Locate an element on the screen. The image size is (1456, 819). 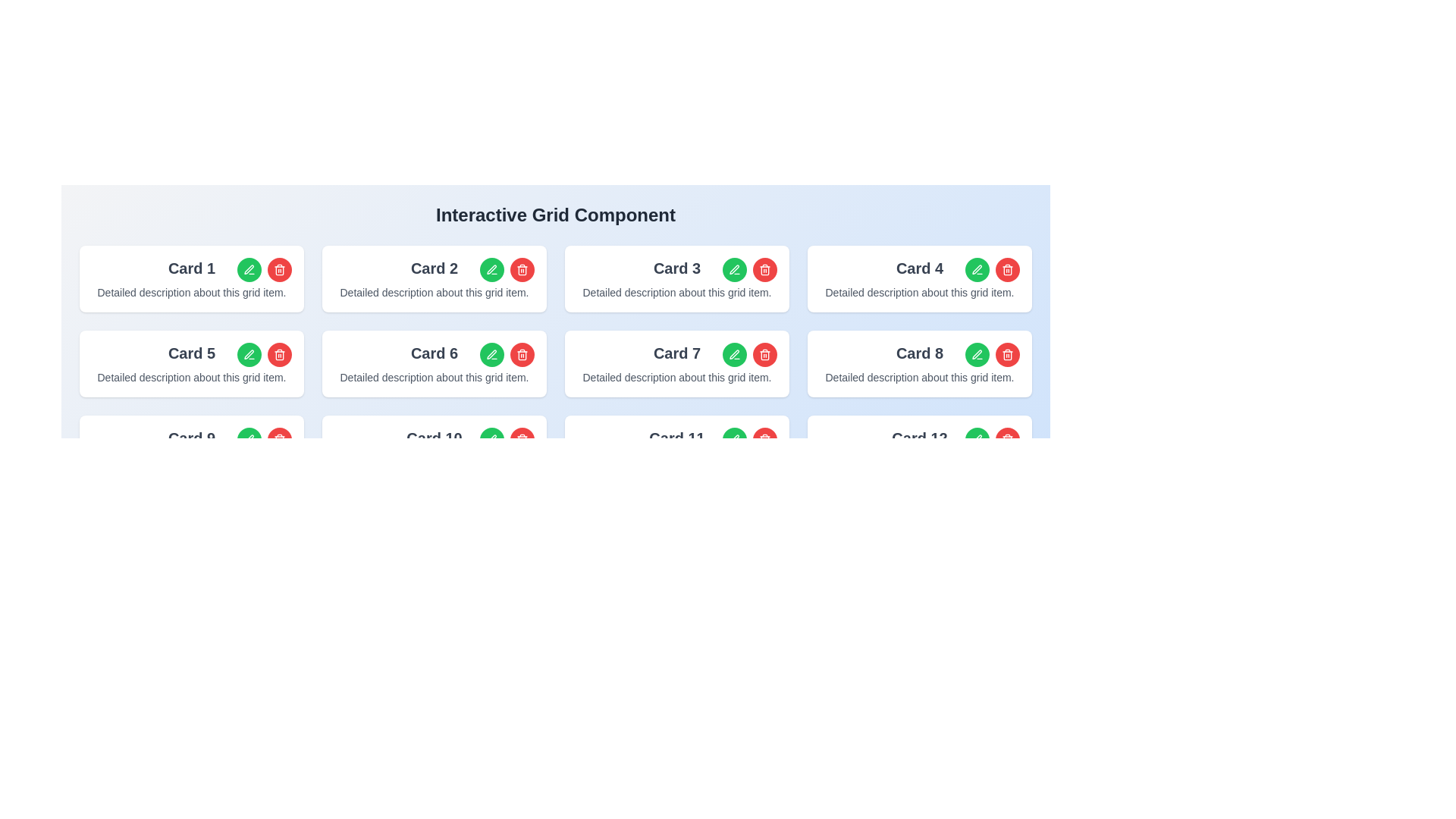
the red outlined trash bin icon in the top-right corner of 'Card 7' is located at coordinates (764, 354).